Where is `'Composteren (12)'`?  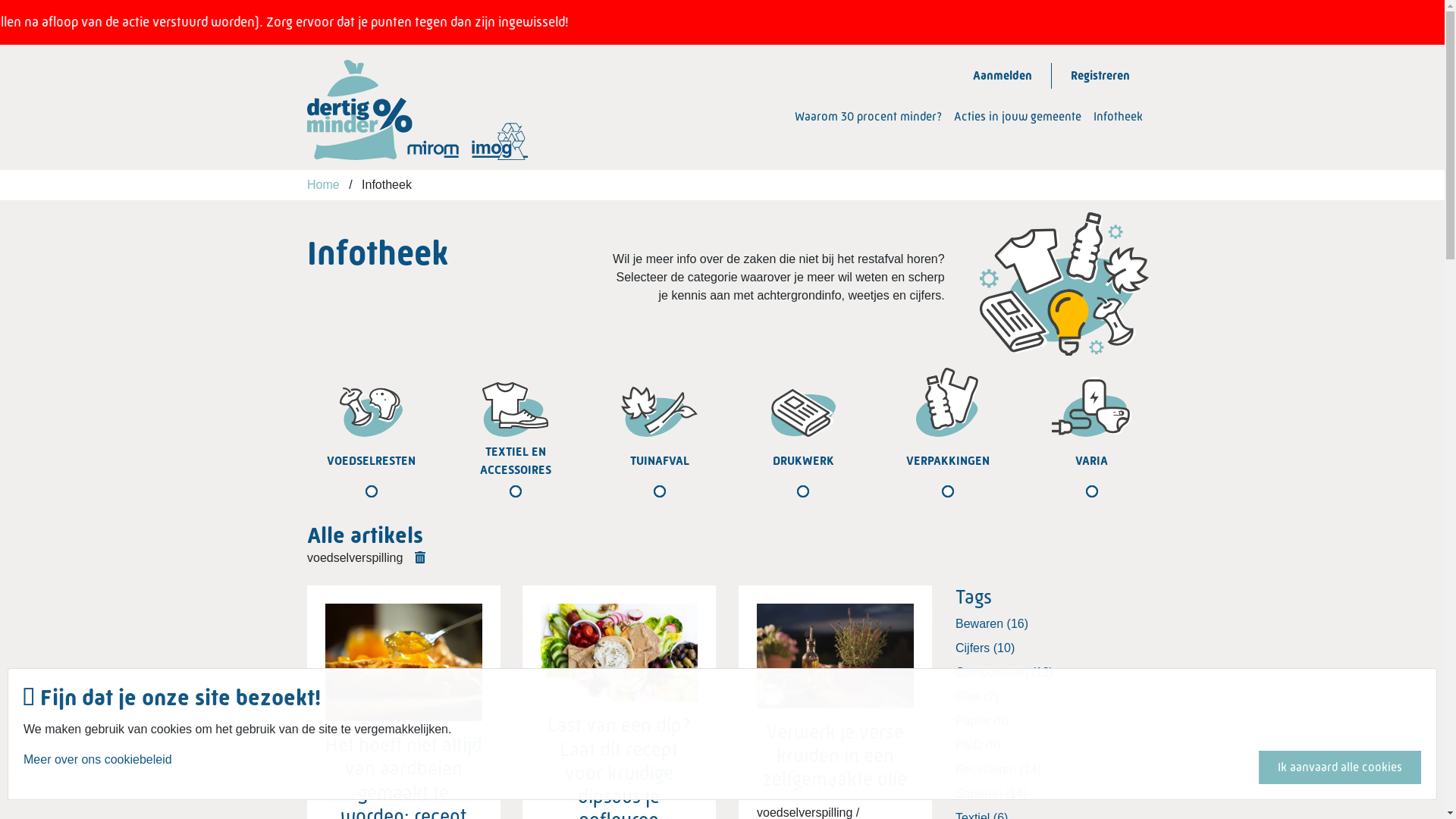
'Composteren (12)' is located at coordinates (1051, 672).